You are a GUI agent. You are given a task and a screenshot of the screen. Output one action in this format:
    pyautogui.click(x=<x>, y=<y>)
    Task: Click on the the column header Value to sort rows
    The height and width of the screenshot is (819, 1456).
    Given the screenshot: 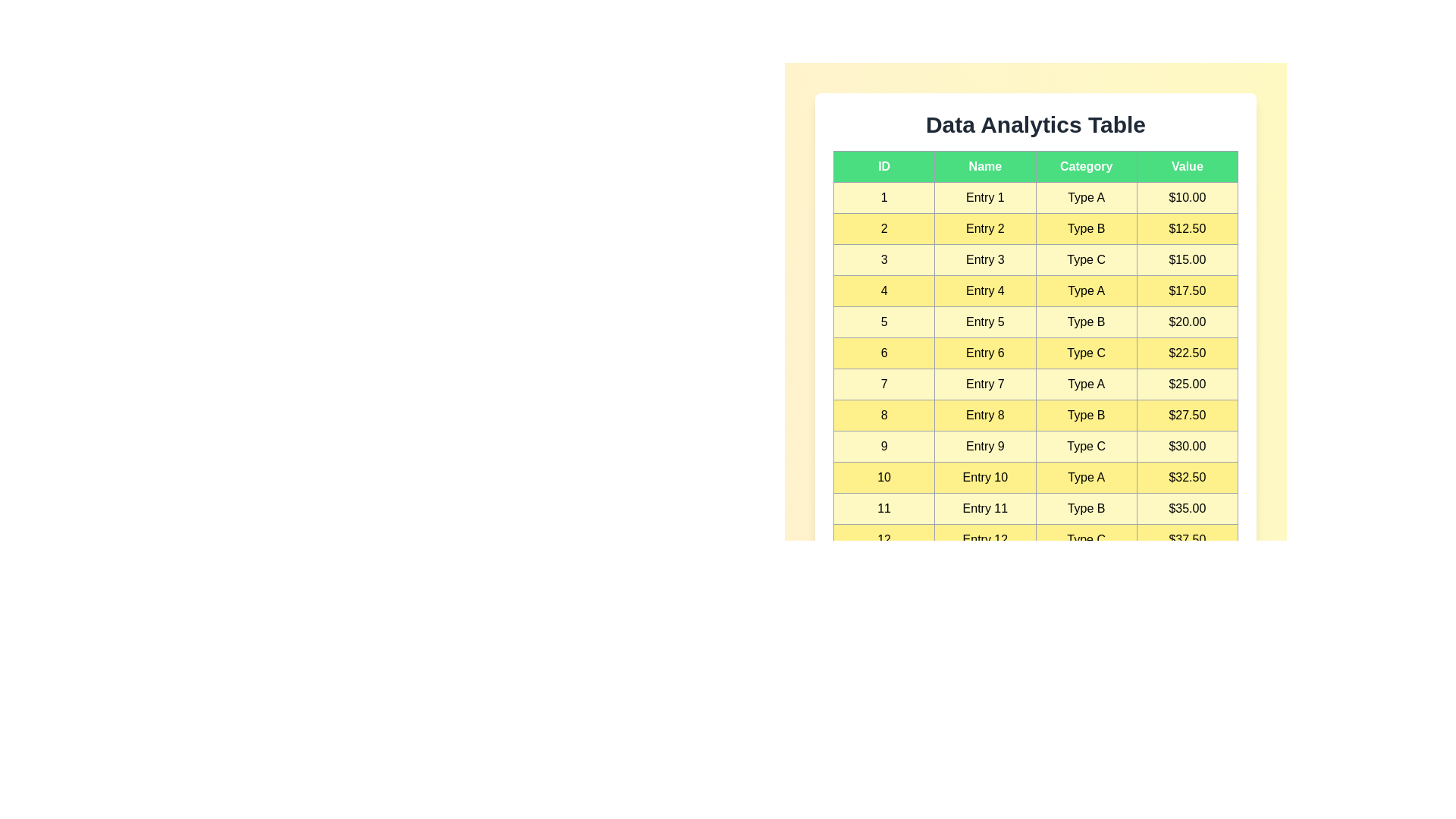 What is the action you would take?
    pyautogui.click(x=1186, y=166)
    